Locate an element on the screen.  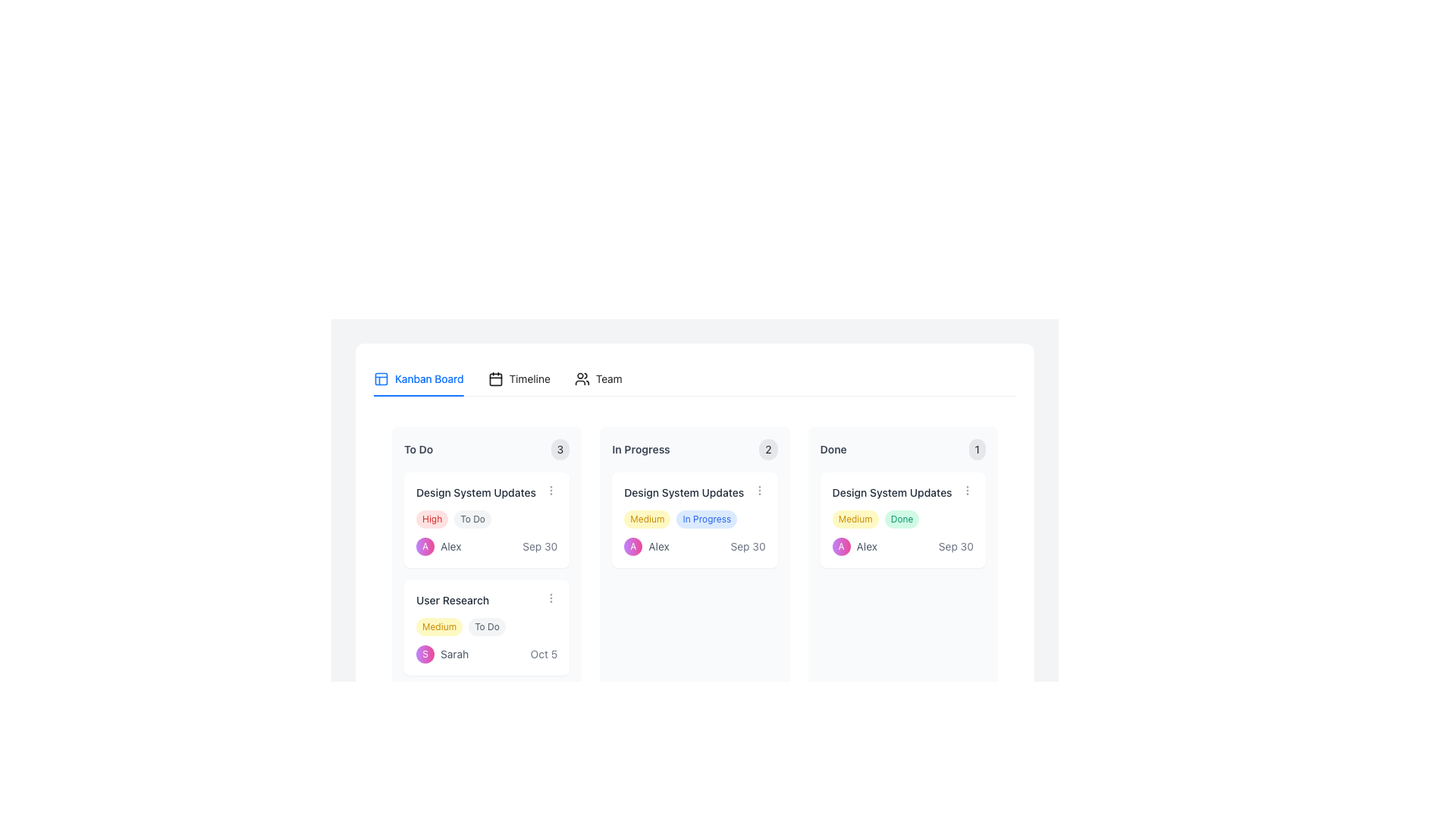
the status and priority indicated by the 'Medium' and 'Done' badges styled as rounded badges within the 'Design System Updates' card of the Kanban board is located at coordinates (902, 519).